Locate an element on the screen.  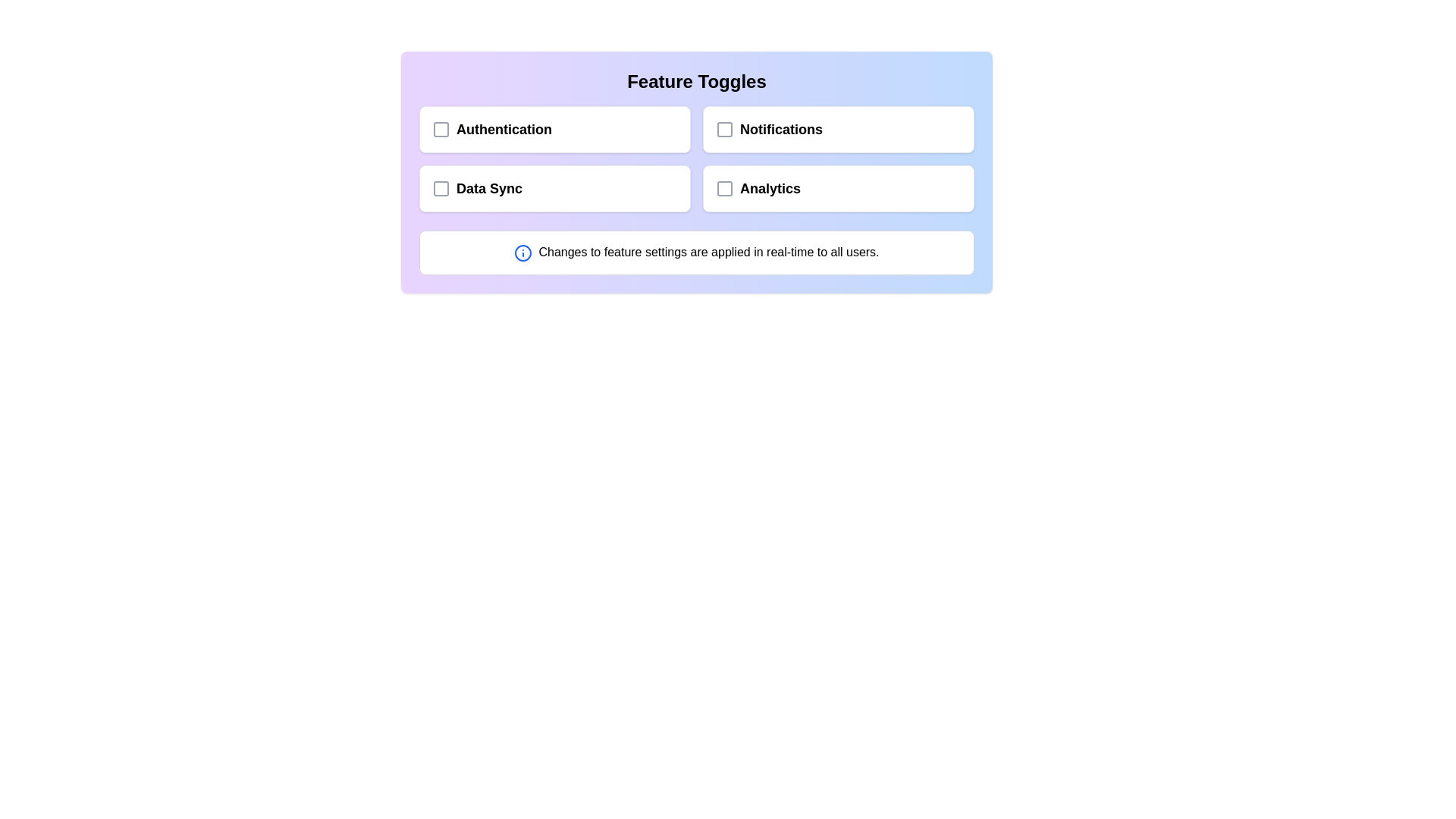
the bold text label 'Authentication' located in the top-left corner of the grouped options under 'Feature Toggles' to interact with it as part of a toggle is located at coordinates (491, 128).